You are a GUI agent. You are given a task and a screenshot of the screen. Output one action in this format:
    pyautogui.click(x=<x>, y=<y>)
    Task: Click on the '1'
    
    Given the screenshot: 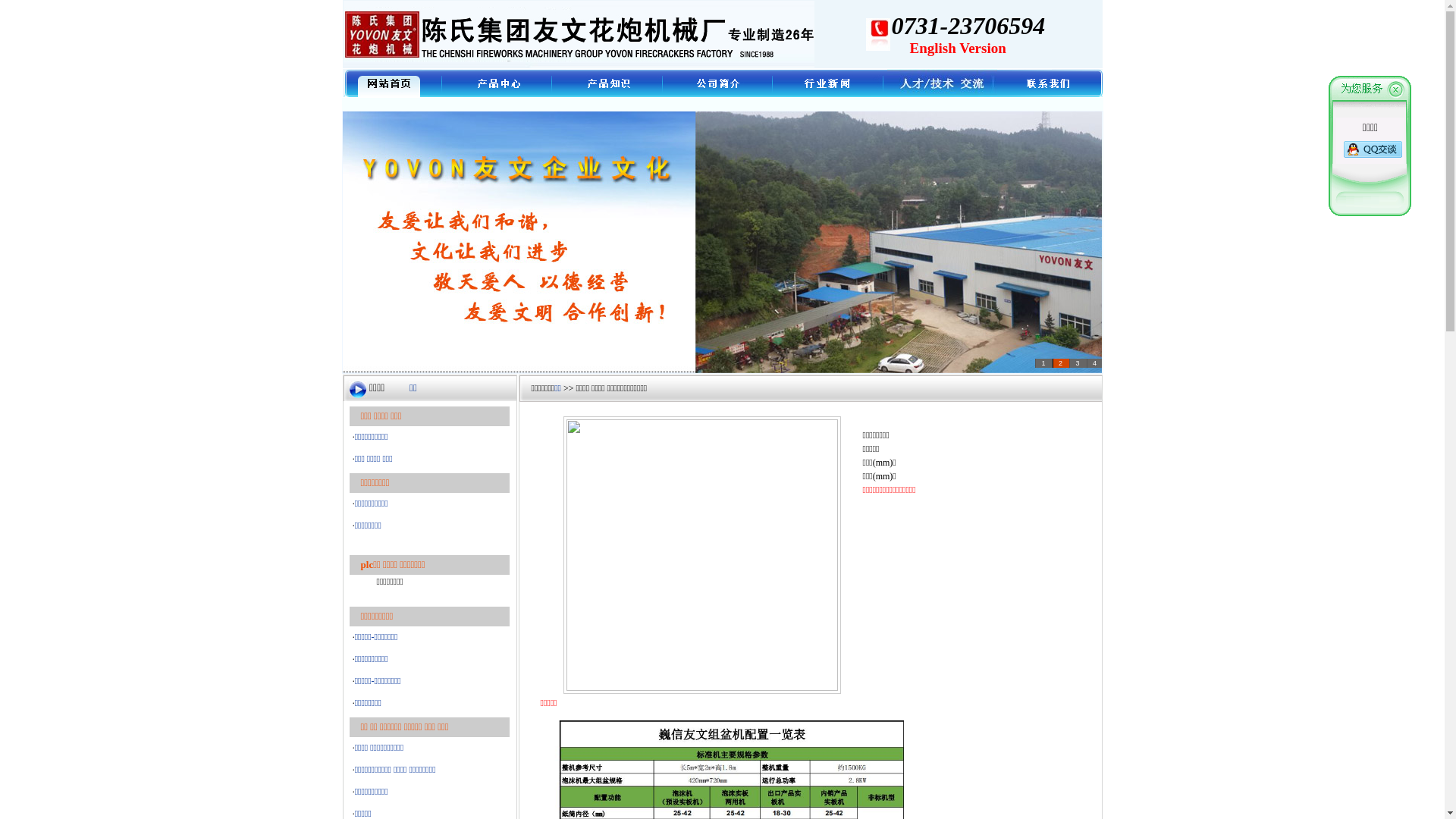 What is the action you would take?
    pyautogui.click(x=1043, y=362)
    